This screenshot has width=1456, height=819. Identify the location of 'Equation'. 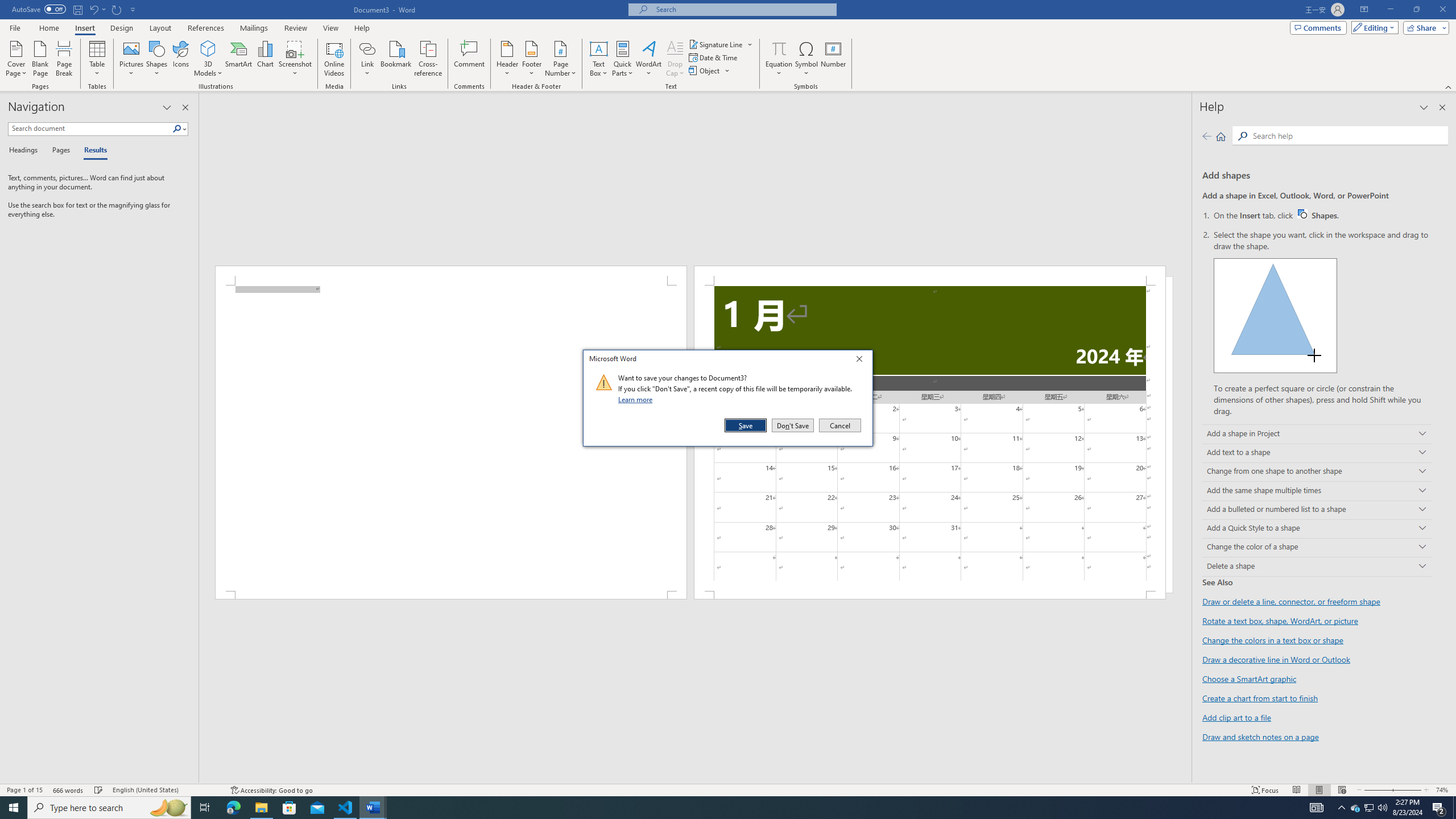
(779, 48).